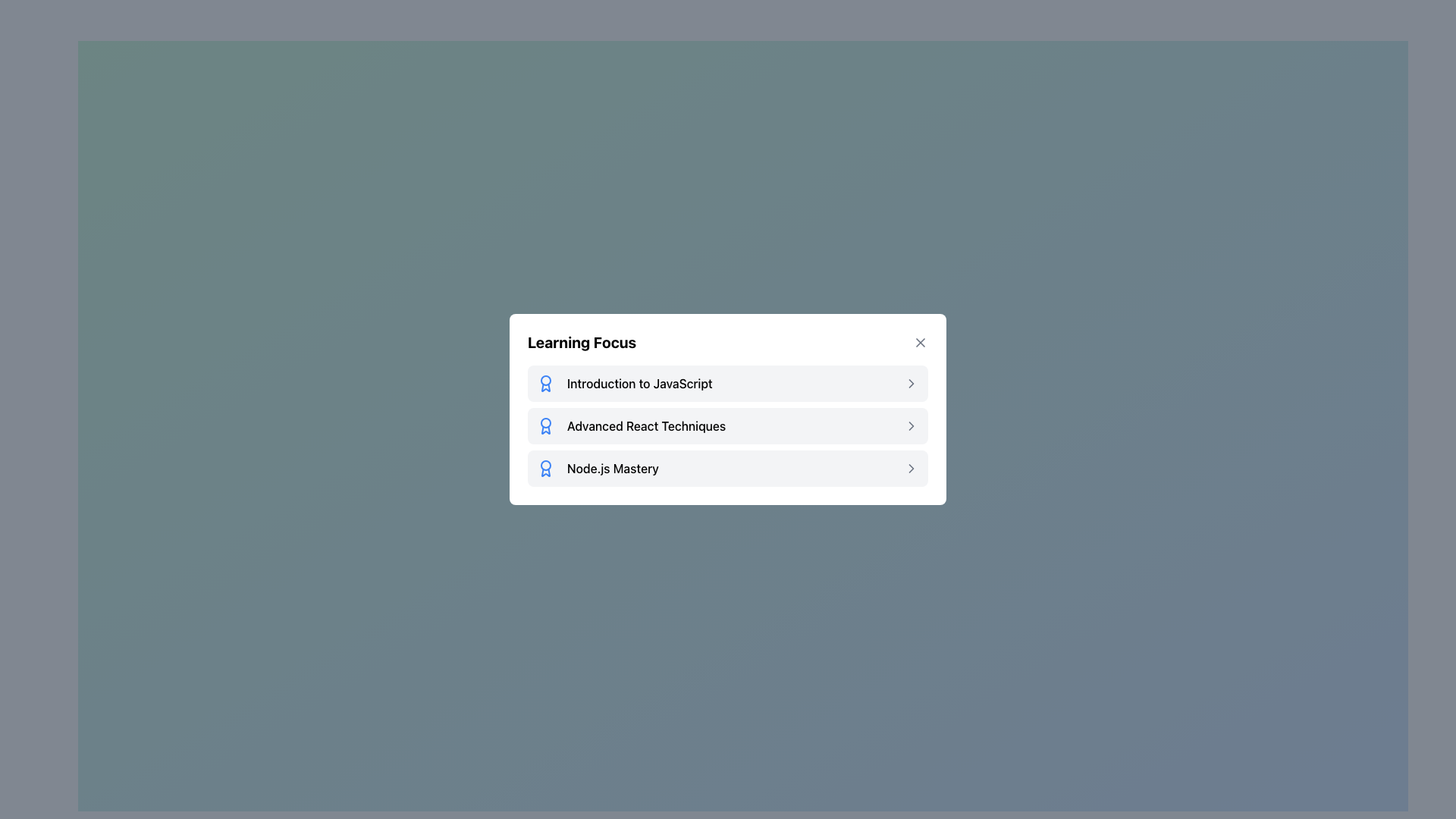 The image size is (1456, 819). Describe the element at coordinates (910, 426) in the screenshot. I see `the right-pointing gray chevron icon located at the far right of the 'Advanced React Techniques' row` at that location.